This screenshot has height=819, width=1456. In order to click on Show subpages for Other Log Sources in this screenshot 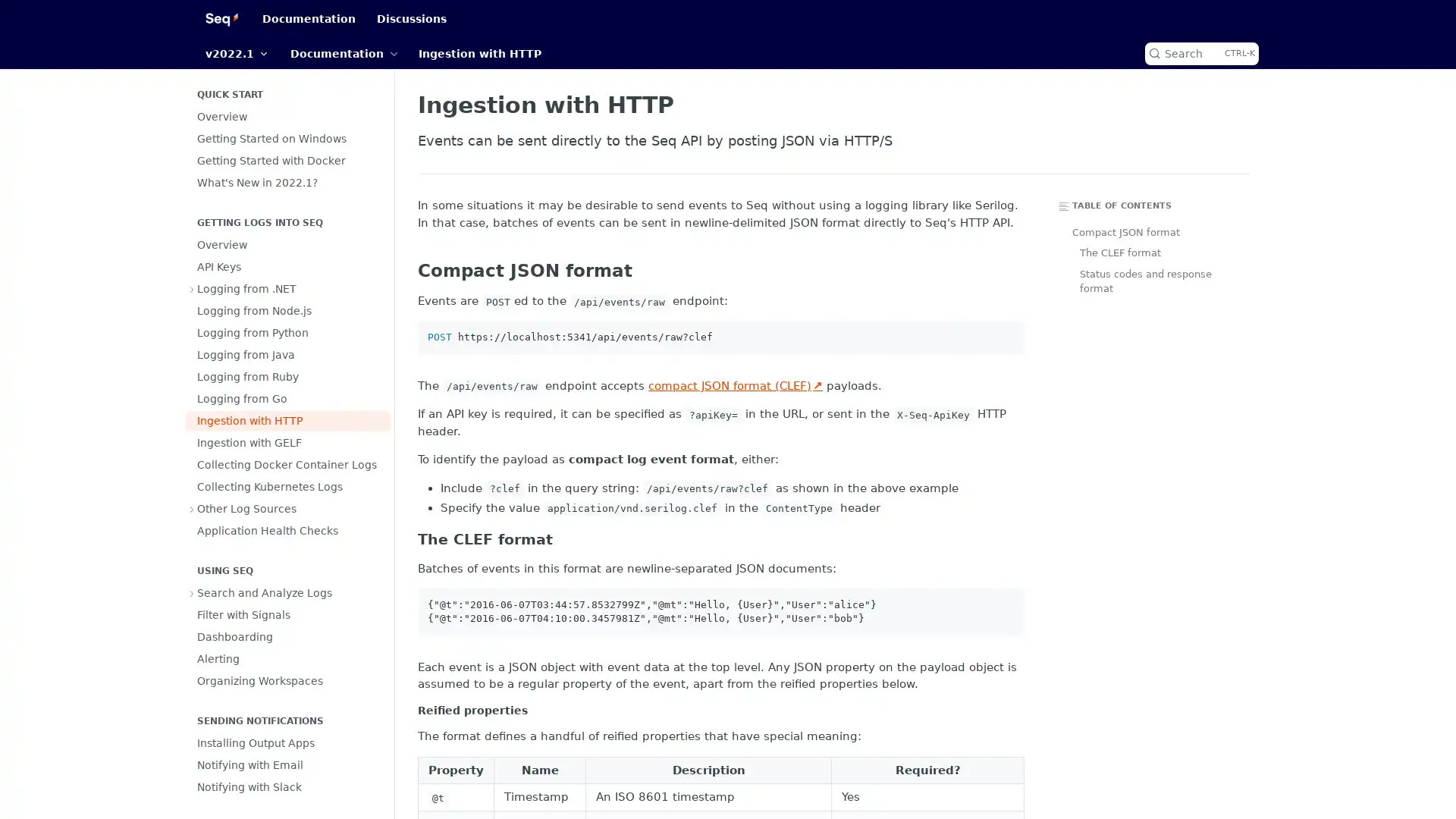, I will do `click(192, 509)`.